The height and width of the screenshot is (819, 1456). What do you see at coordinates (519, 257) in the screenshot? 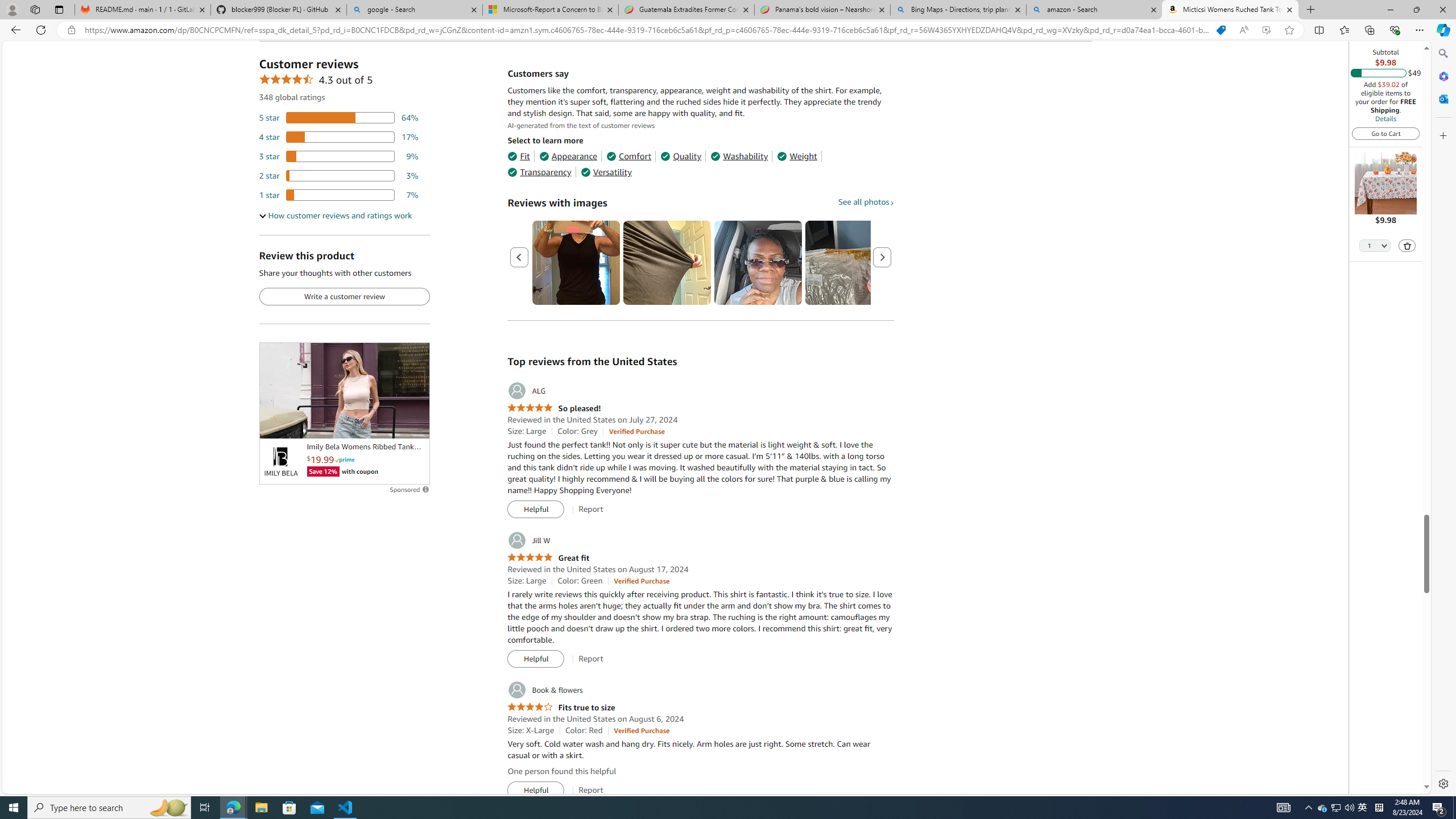
I see `'Previous page'` at bounding box center [519, 257].